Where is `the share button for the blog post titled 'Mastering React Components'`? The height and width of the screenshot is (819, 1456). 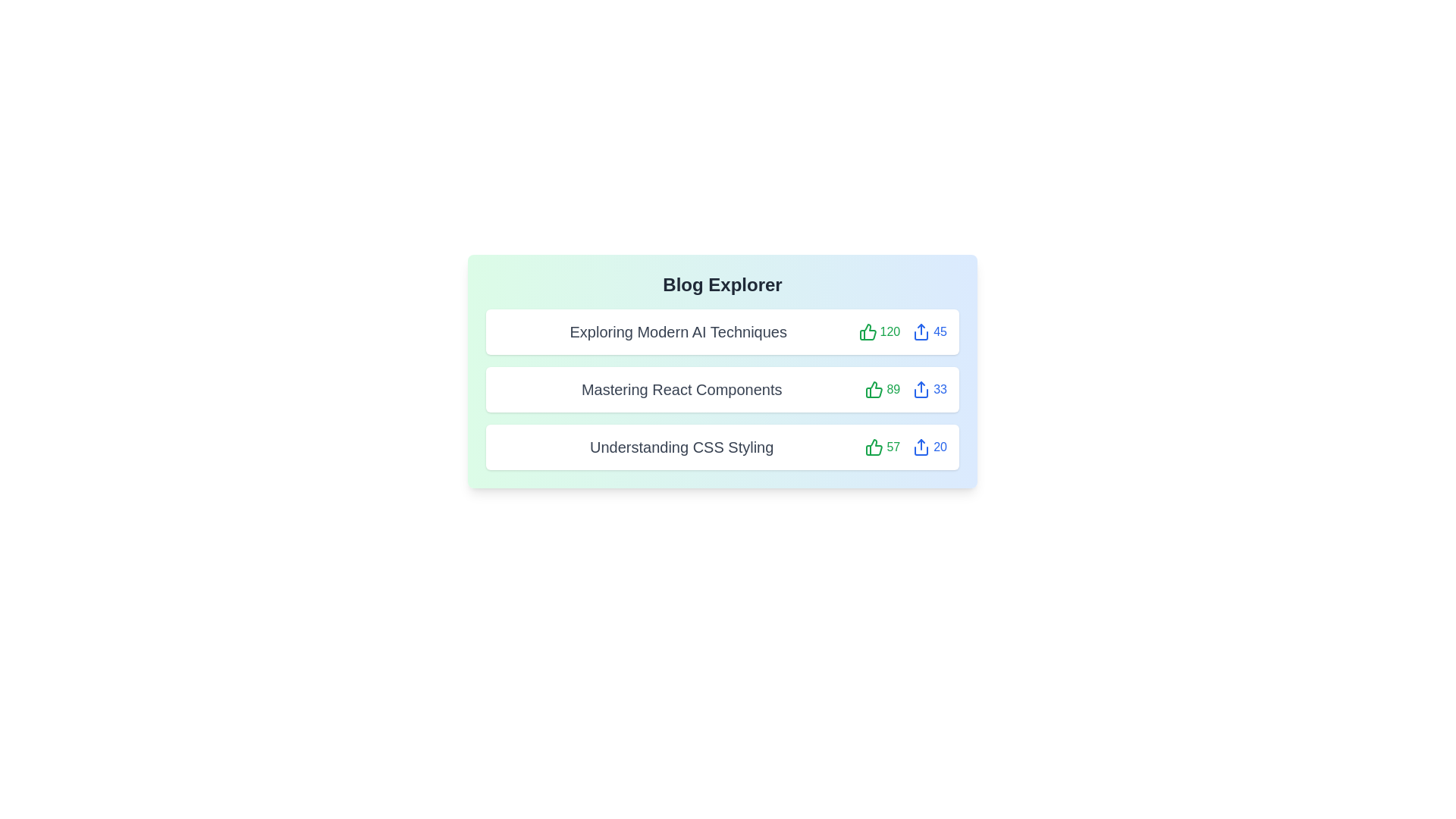 the share button for the blog post titled 'Mastering React Components' is located at coordinates (929, 388).